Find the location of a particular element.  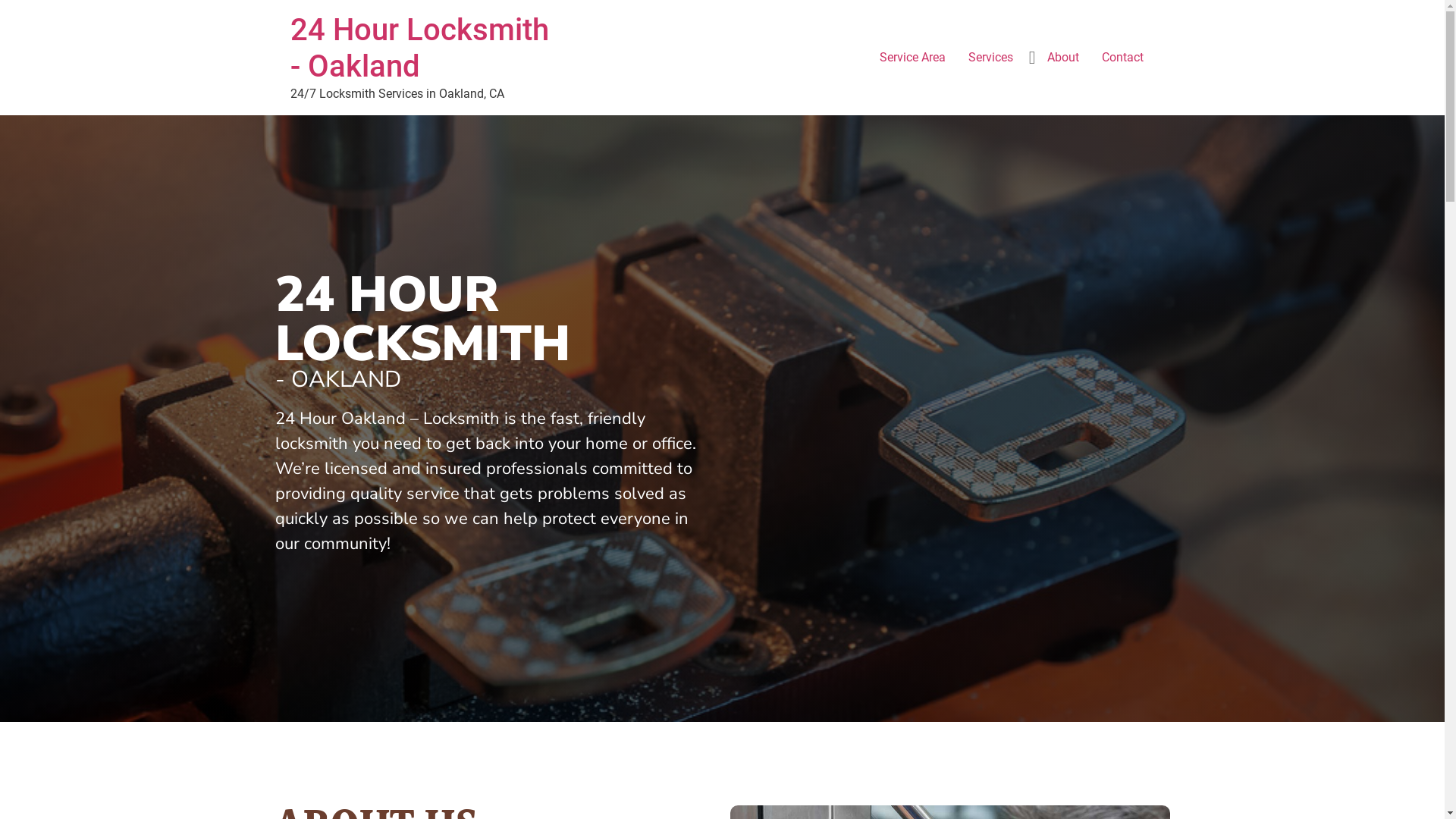

'24 Hour Locksmith - Oakland' is located at coordinates (419, 47).